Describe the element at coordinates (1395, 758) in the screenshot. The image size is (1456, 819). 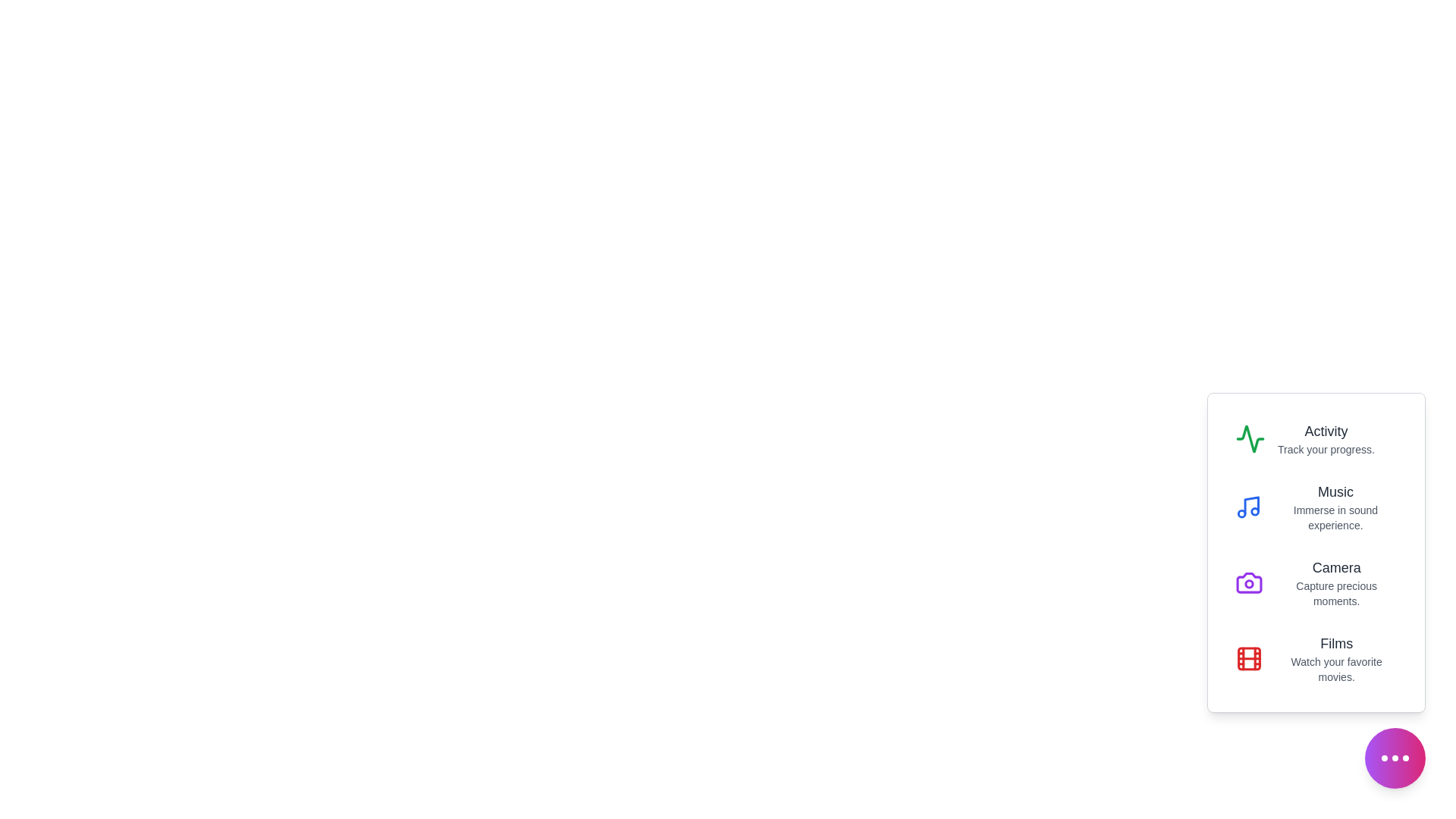
I see `the toggle button to toggle the visibility of the speed dial menu` at that location.